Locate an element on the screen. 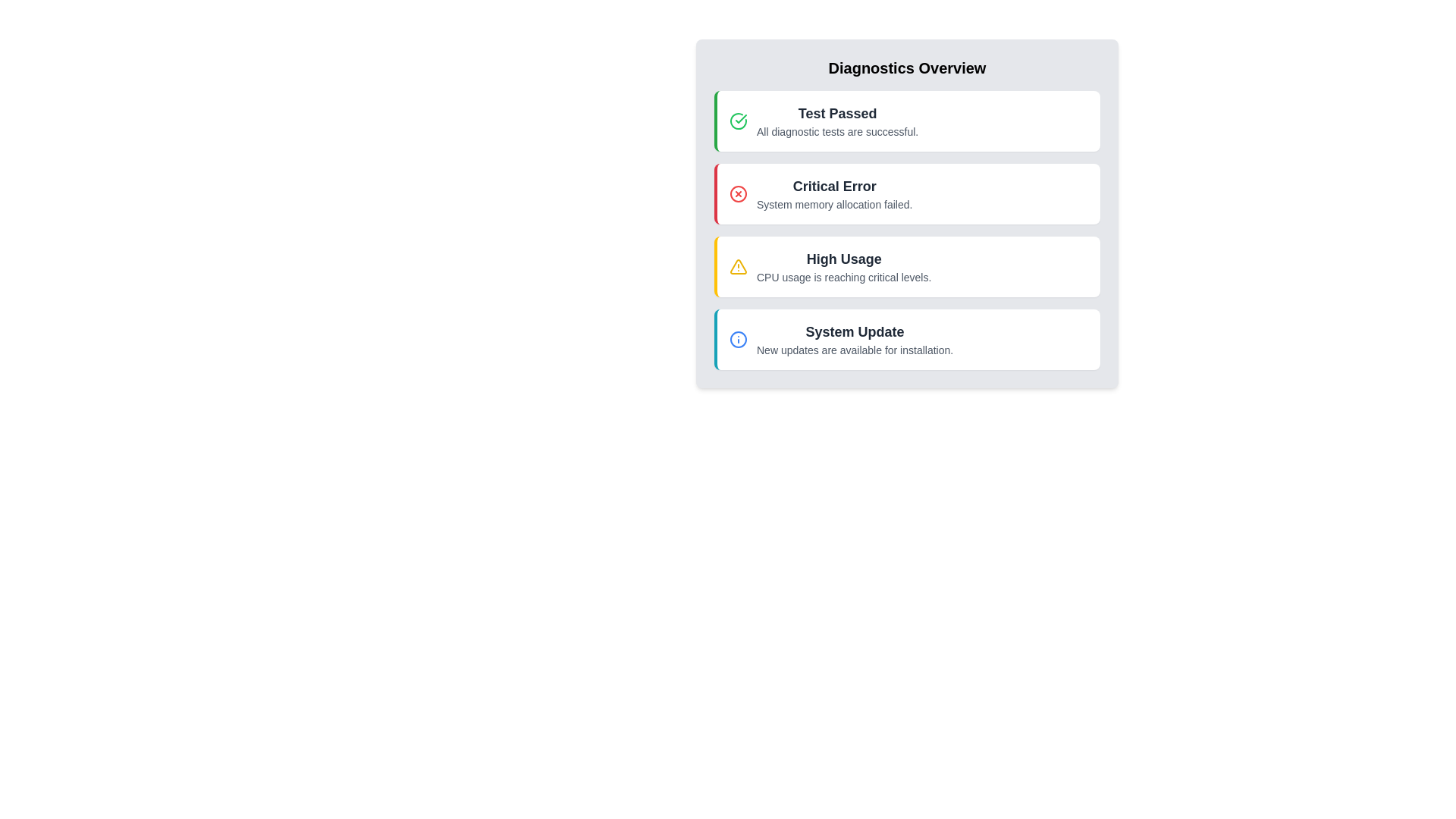 Image resolution: width=1456 pixels, height=819 pixels. the Alert/message block displaying 'High Usage' with the description 'CPU usage is reaching critical levels.' is located at coordinates (843, 265).